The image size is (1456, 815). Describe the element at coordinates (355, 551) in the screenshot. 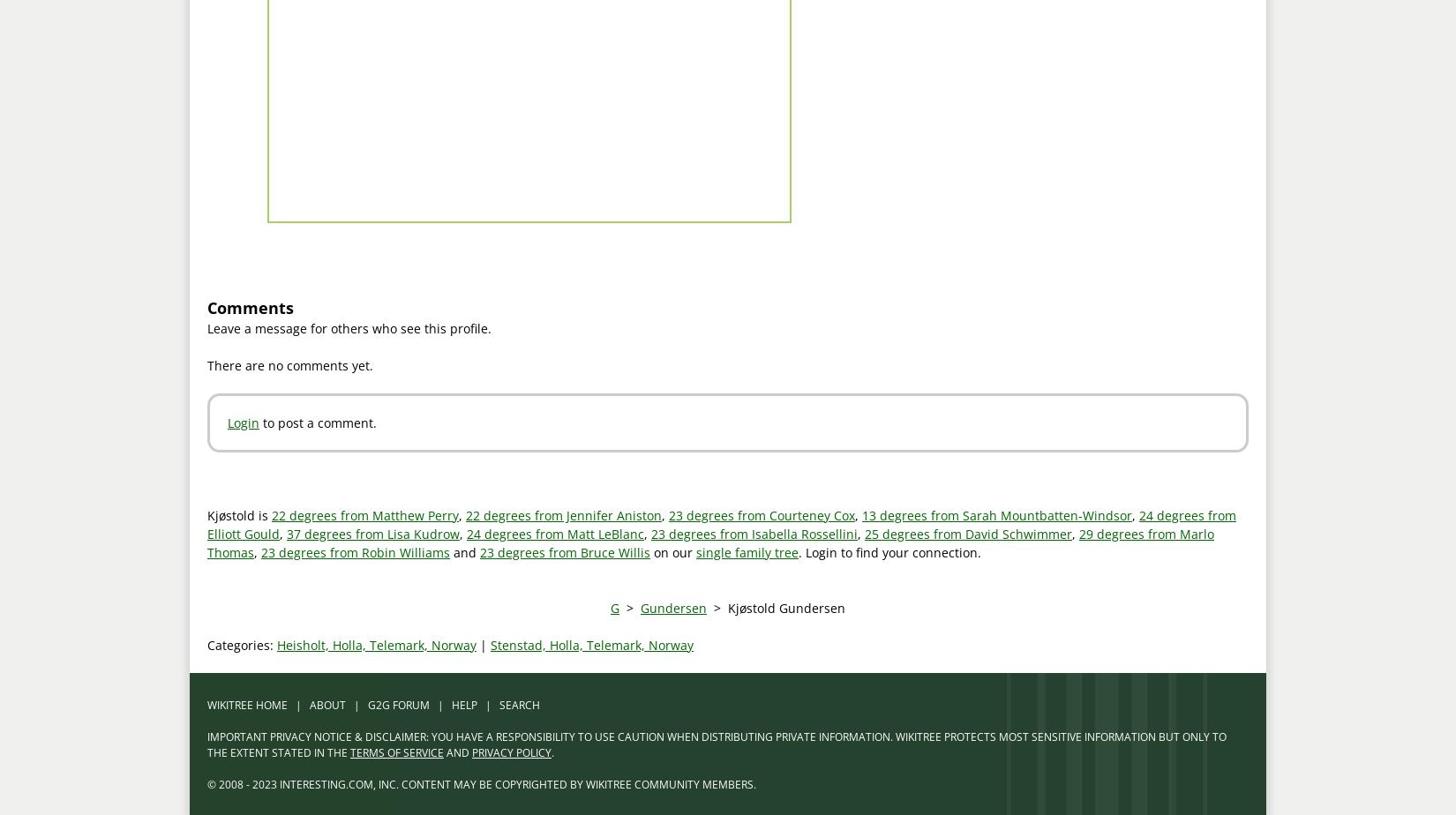

I see `'23 degrees from Robin Williams'` at that location.